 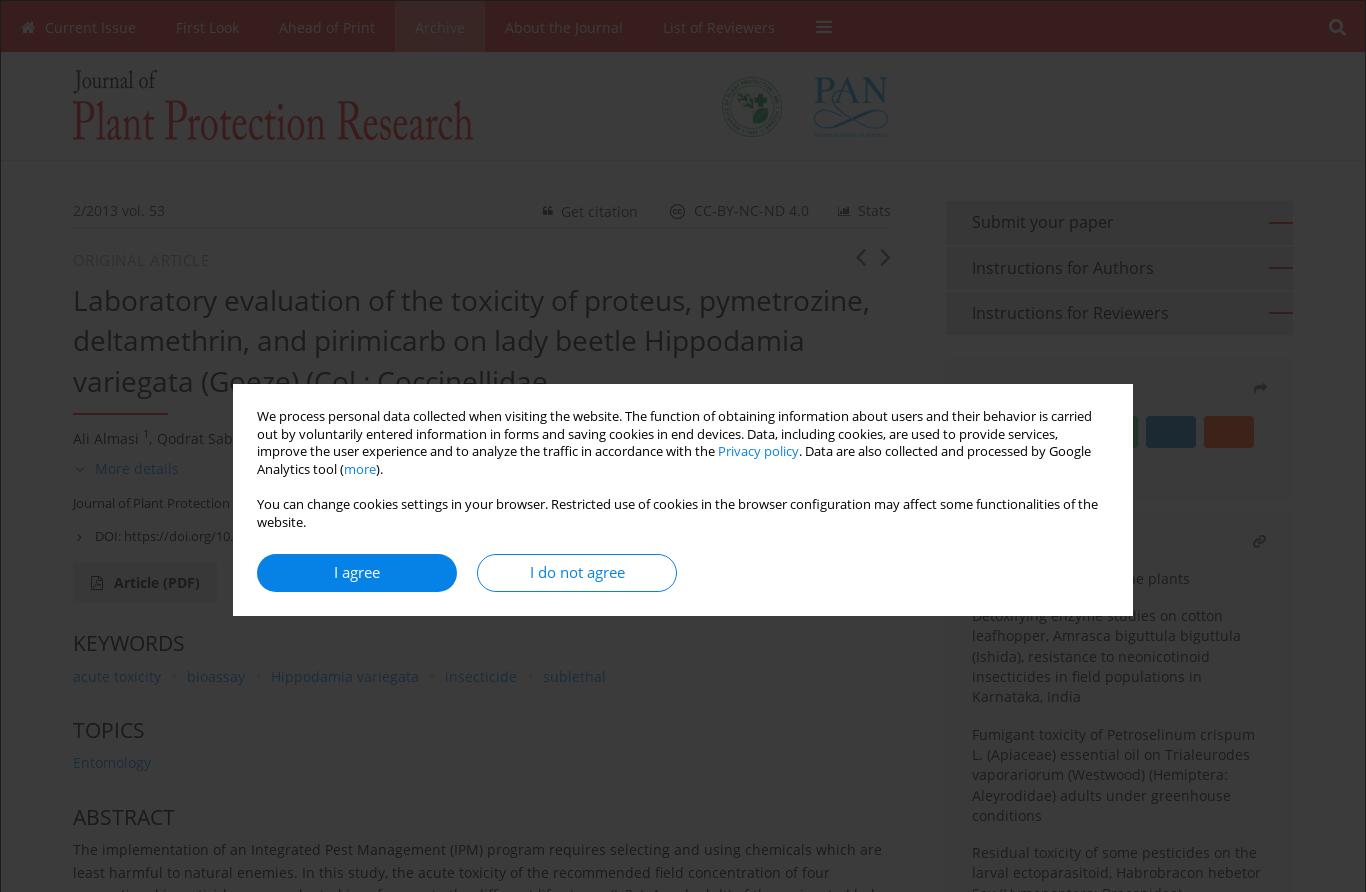 I want to click on 'Ardavan  Mardani', so click(x=426, y=436).